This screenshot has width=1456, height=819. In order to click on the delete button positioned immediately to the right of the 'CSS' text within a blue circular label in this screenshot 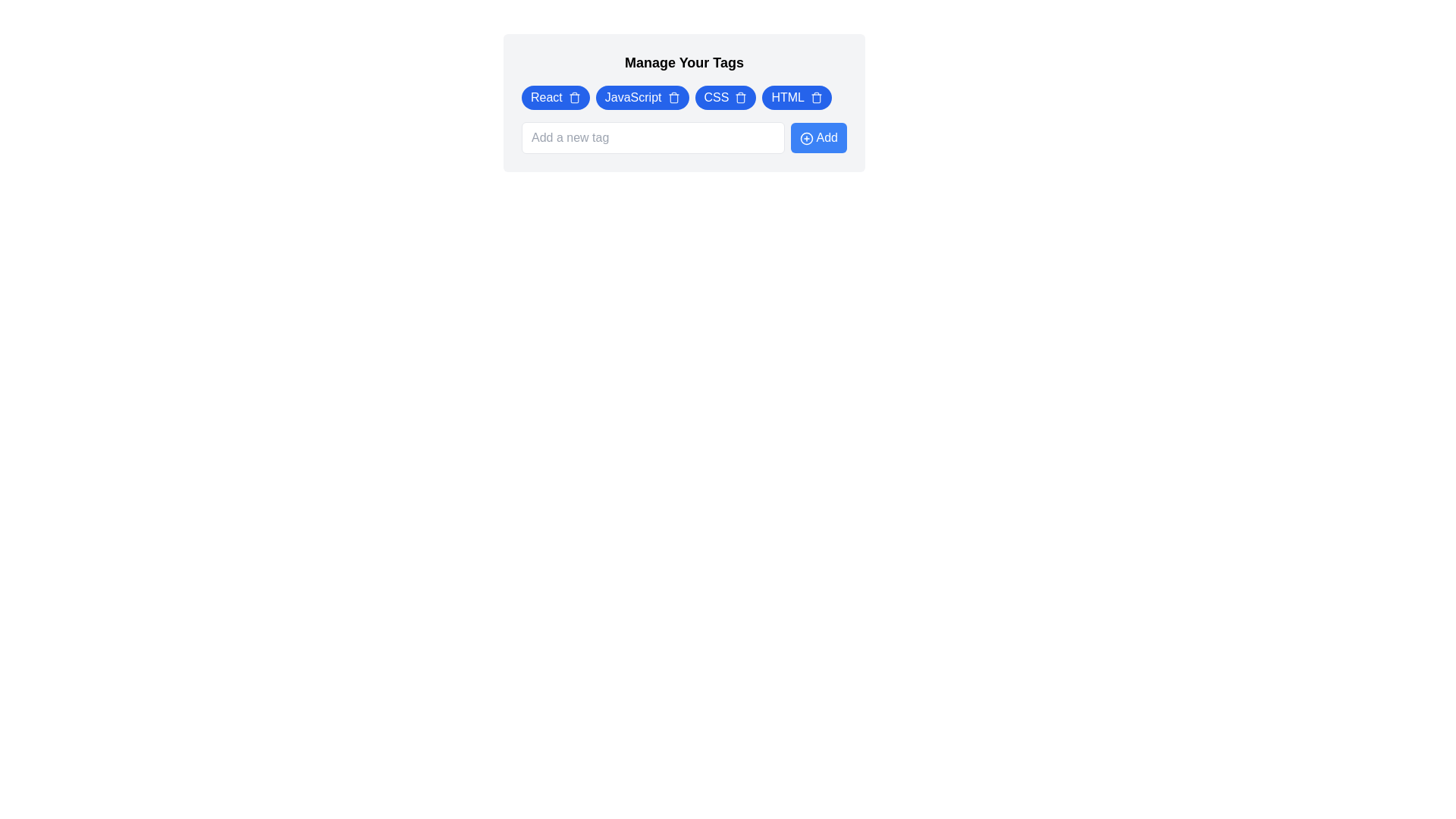, I will do `click(741, 97)`.